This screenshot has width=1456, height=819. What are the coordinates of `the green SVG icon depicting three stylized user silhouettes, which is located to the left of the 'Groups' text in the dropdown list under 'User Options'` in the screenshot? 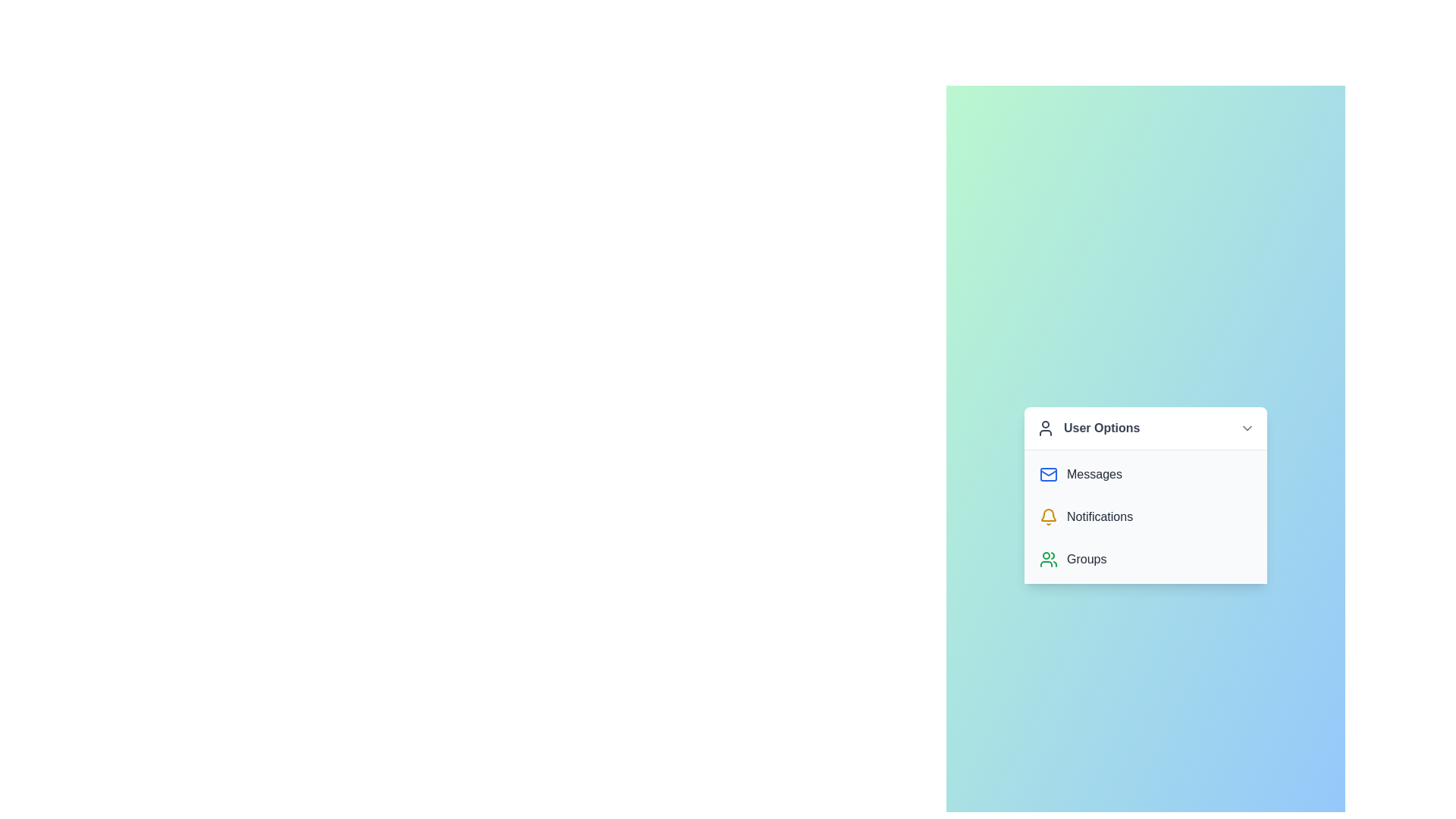 It's located at (1047, 559).